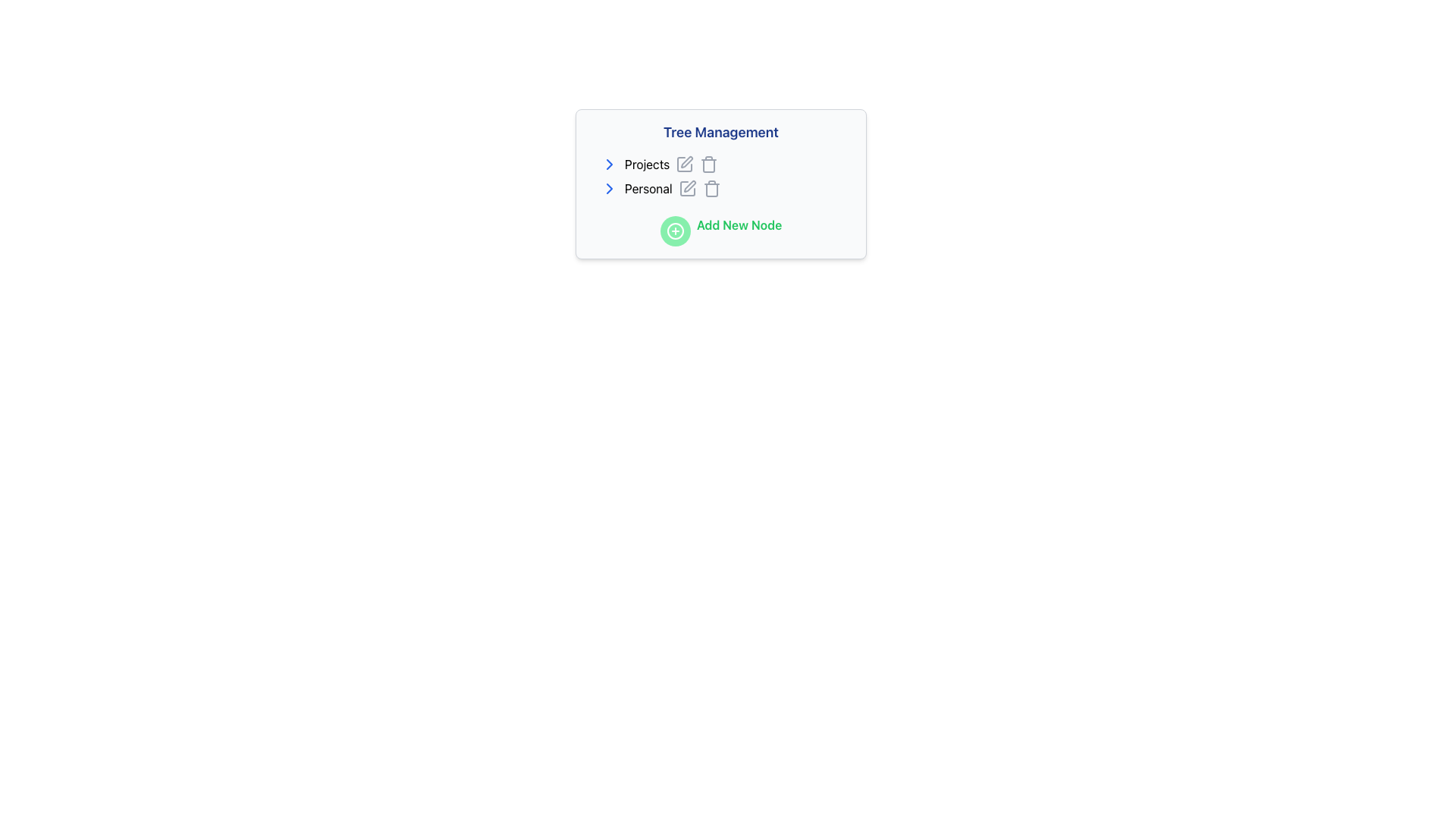 This screenshot has width=1456, height=819. What do you see at coordinates (696, 164) in the screenshot?
I see `the edit button in the action group for the 'Projects' section to initiate the edit functionality` at bounding box center [696, 164].